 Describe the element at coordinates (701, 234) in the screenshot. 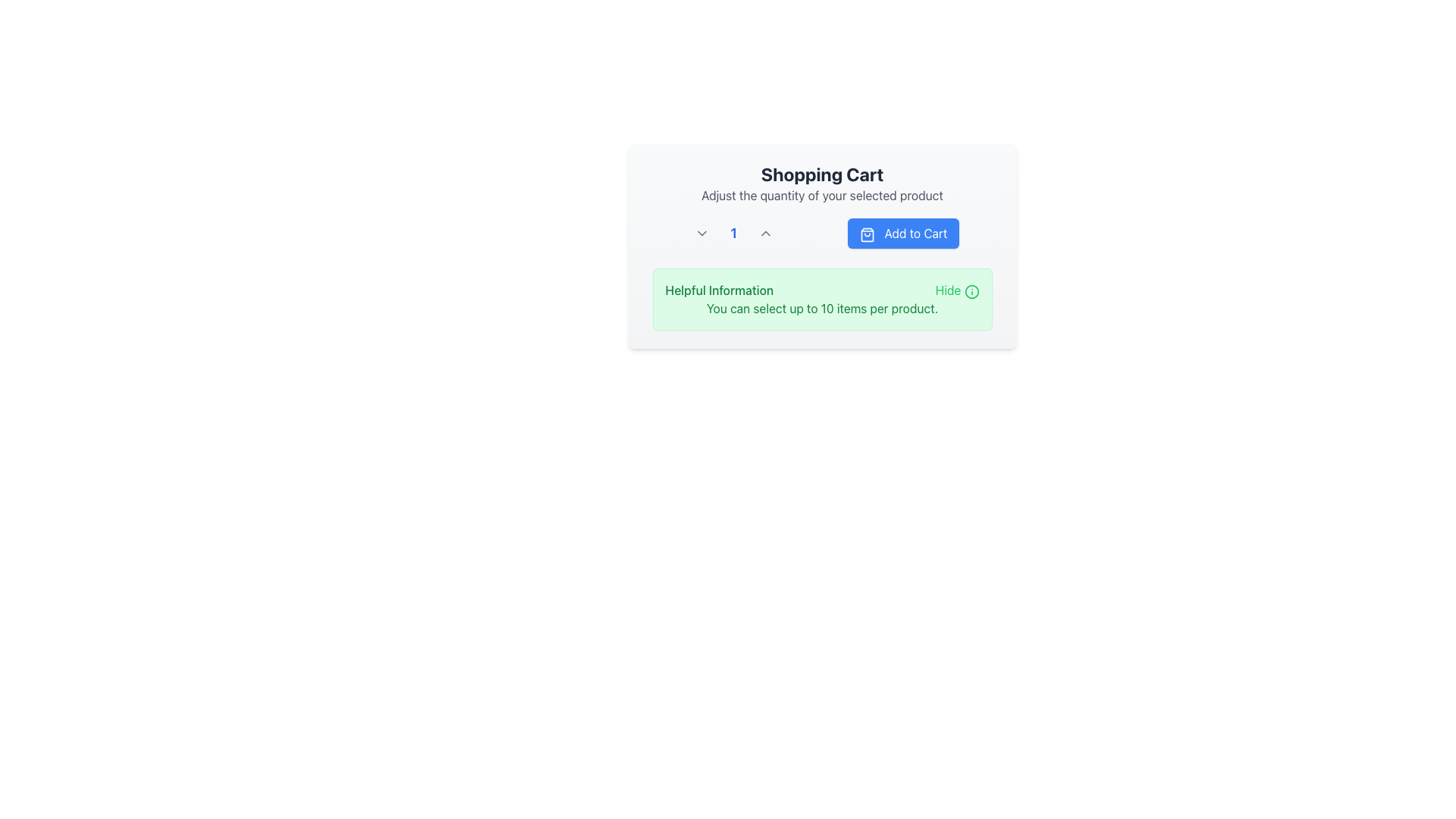

I see `the downward-pointing chevron icon indicating the dropdown menu, located beneath the quantity input field` at that location.